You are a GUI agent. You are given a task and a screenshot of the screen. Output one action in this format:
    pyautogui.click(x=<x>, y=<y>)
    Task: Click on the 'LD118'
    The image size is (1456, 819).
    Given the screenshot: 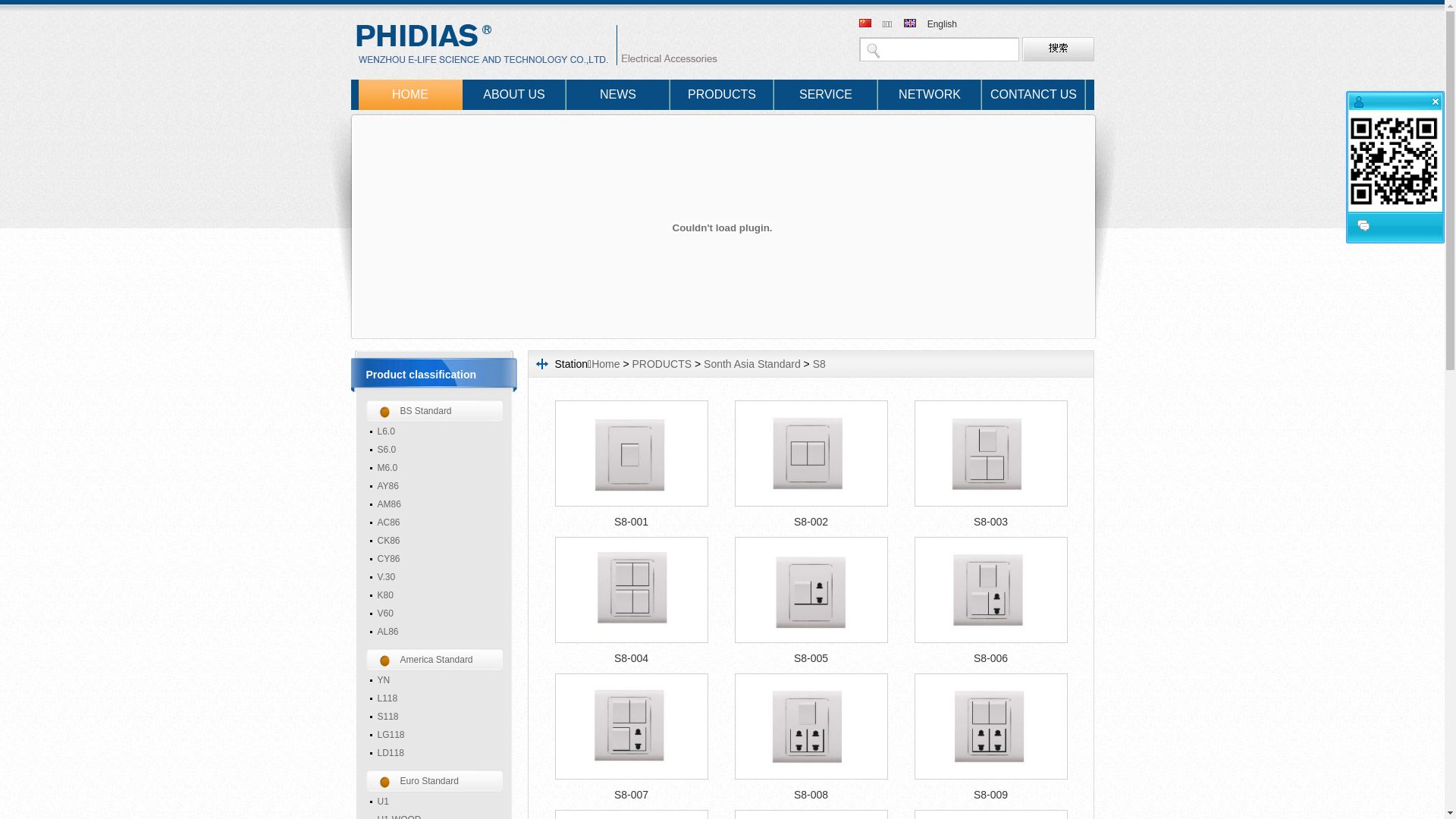 What is the action you would take?
    pyautogui.click(x=435, y=752)
    